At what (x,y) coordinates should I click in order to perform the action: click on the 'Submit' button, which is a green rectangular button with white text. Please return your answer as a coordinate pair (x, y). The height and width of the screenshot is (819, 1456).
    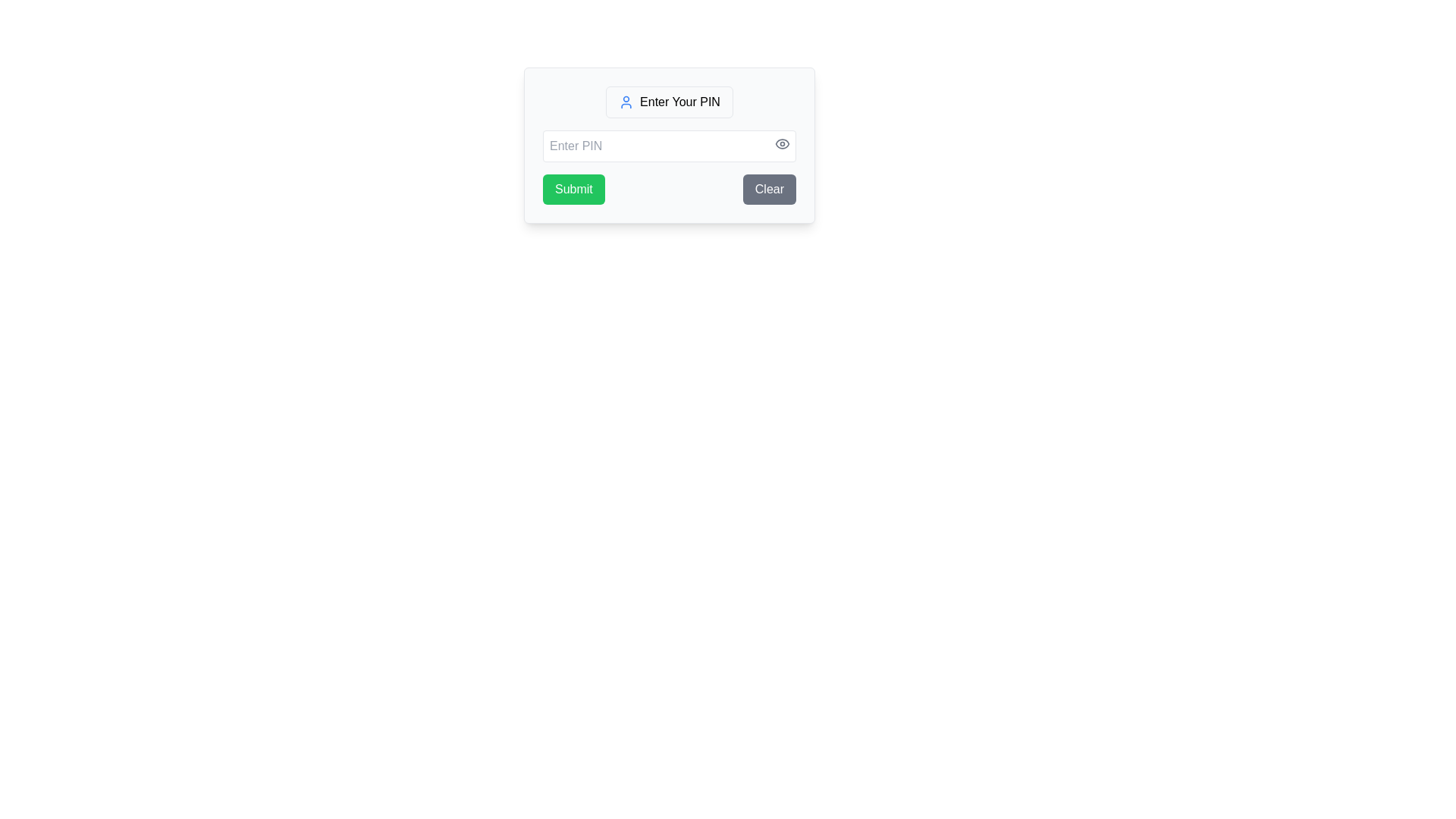
    Looking at the image, I should click on (573, 189).